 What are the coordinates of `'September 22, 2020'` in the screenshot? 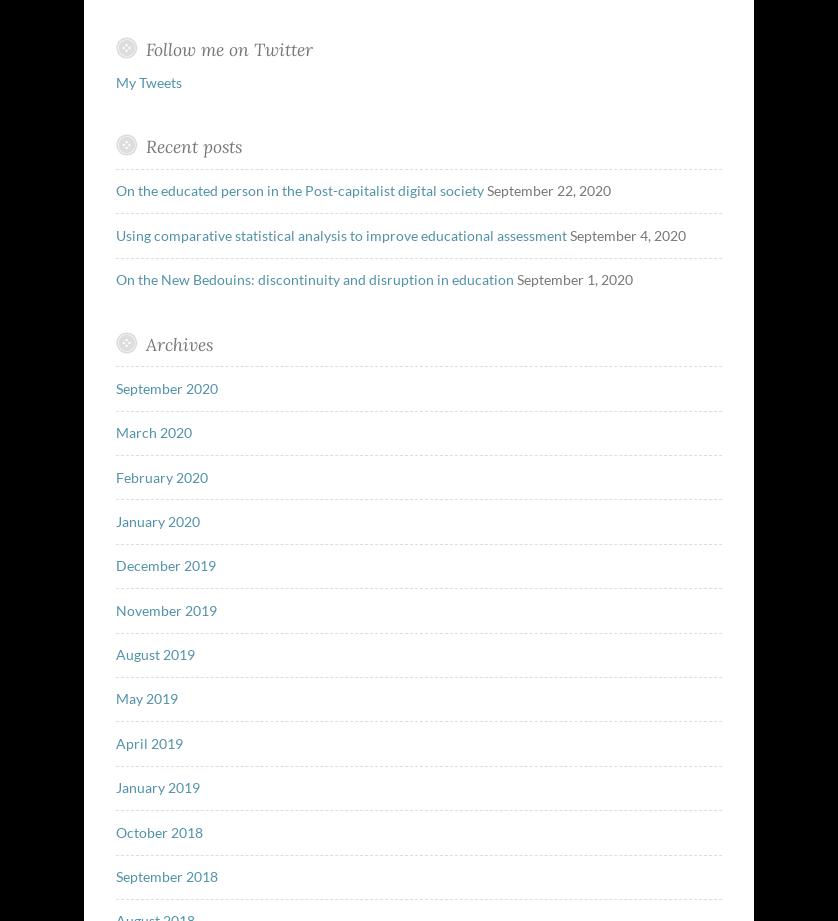 It's located at (547, 189).